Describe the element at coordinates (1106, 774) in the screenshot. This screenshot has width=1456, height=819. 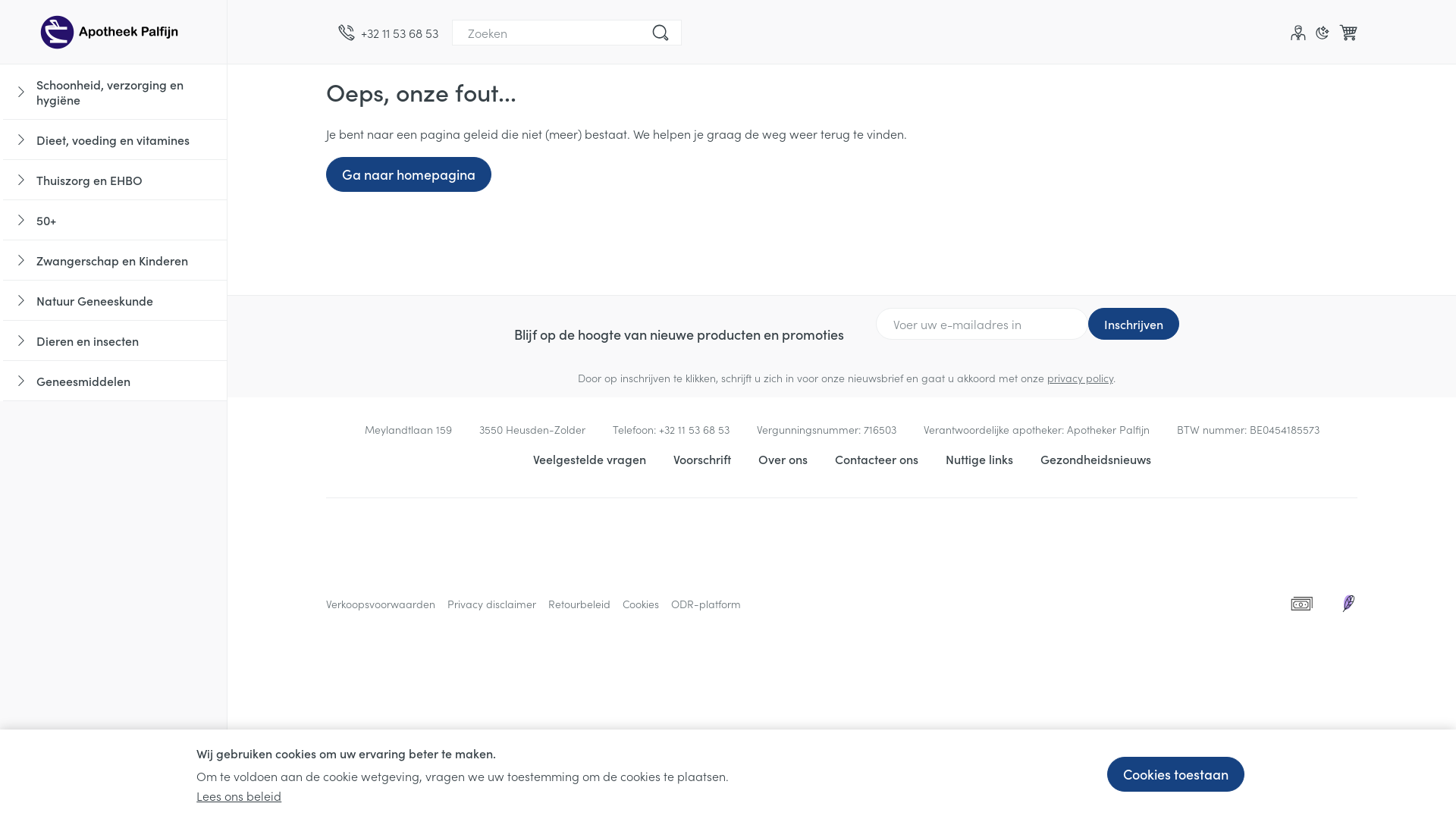
I see `'Cookies toestaan'` at that location.